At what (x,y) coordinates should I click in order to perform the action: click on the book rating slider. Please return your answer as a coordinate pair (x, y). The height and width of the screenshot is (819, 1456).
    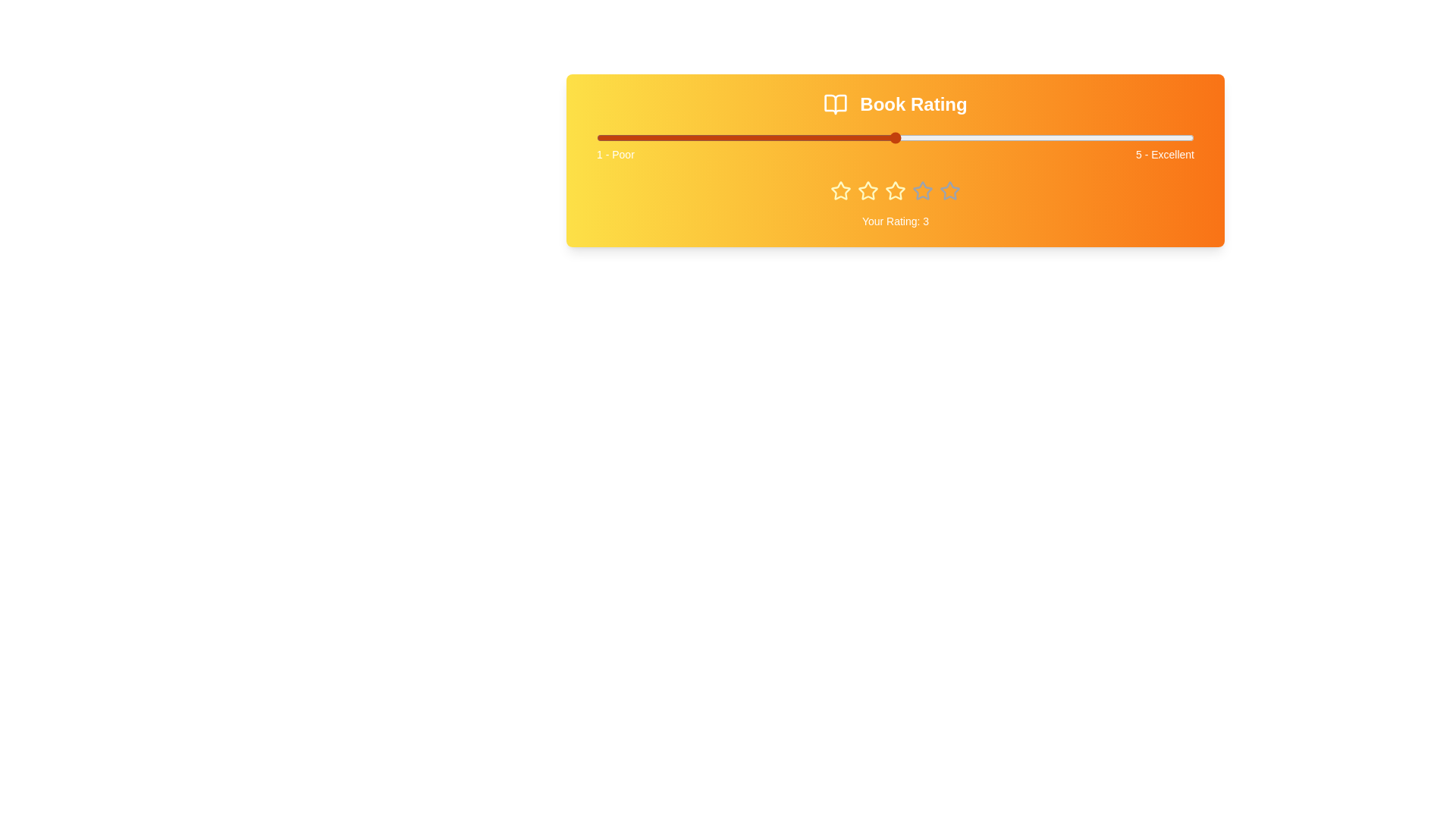
    Looking at the image, I should click on (895, 137).